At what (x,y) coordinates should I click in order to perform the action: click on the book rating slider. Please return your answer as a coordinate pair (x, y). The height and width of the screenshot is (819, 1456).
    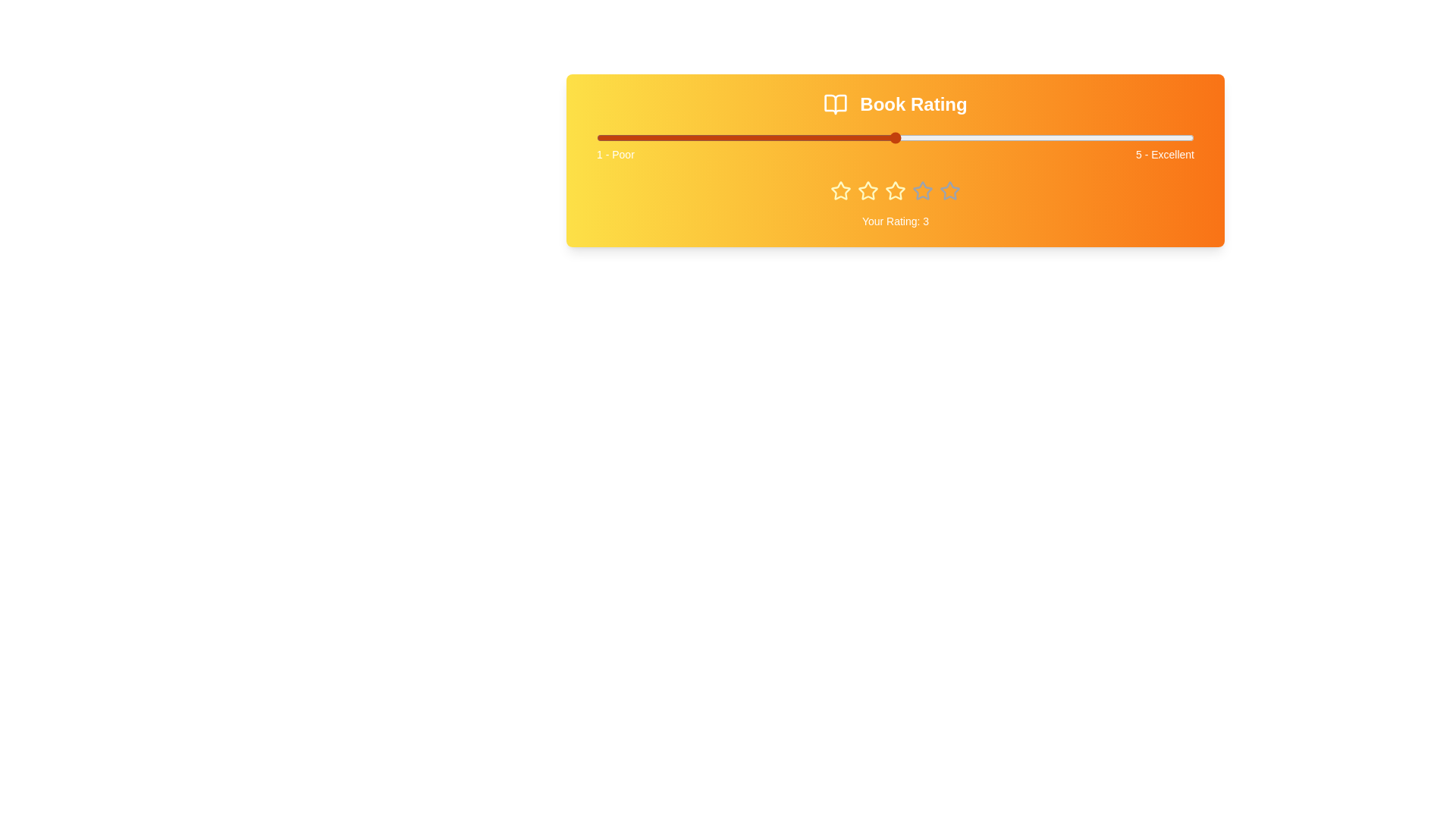
    Looking at the image, I should click on (895, 137).